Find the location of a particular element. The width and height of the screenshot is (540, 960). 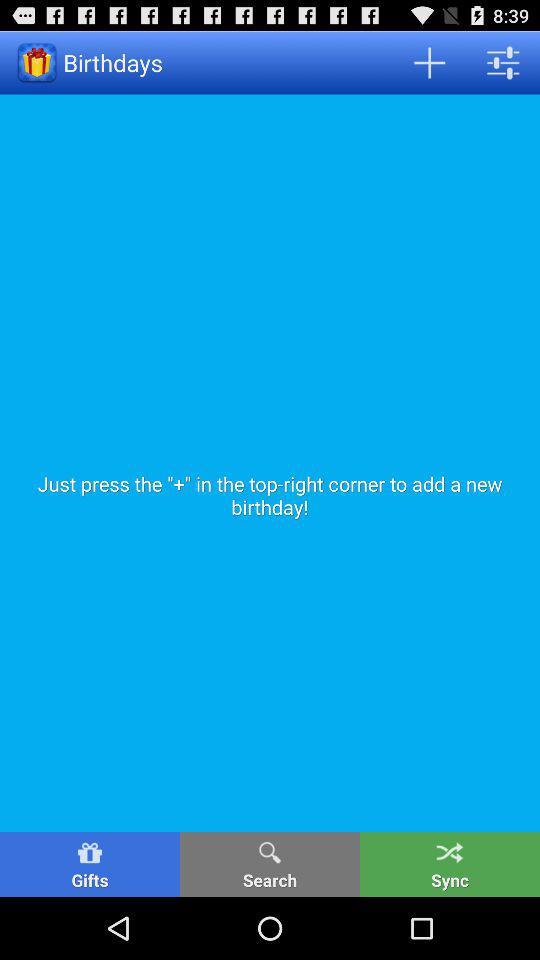

the app above just press the icon is located at coordinates (502, 62).